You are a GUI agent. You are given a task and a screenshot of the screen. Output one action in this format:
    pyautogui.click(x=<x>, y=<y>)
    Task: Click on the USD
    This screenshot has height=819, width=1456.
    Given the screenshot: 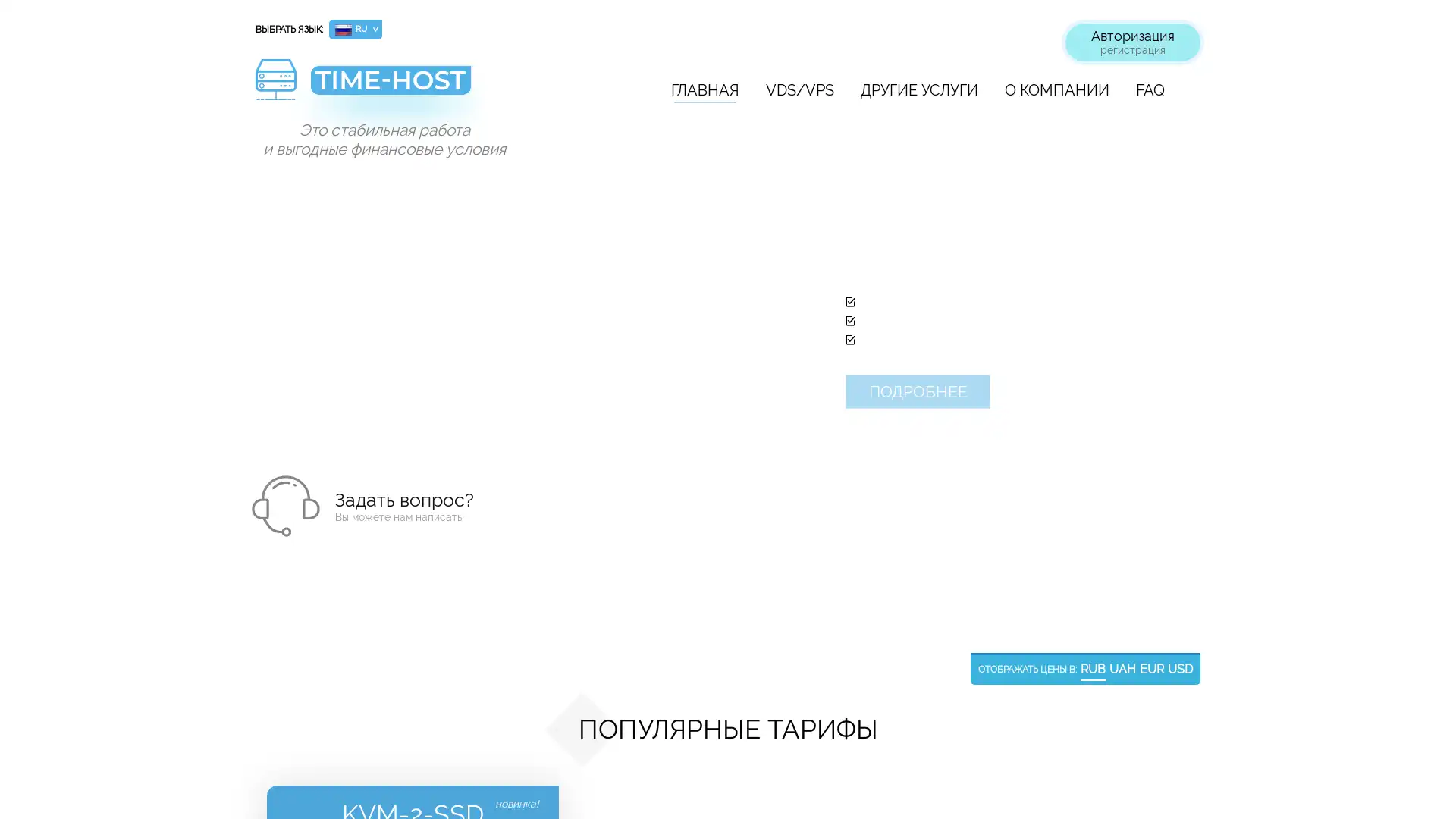 What is the action you would take?
    pyautogui.click(x=1179, y=669)
    